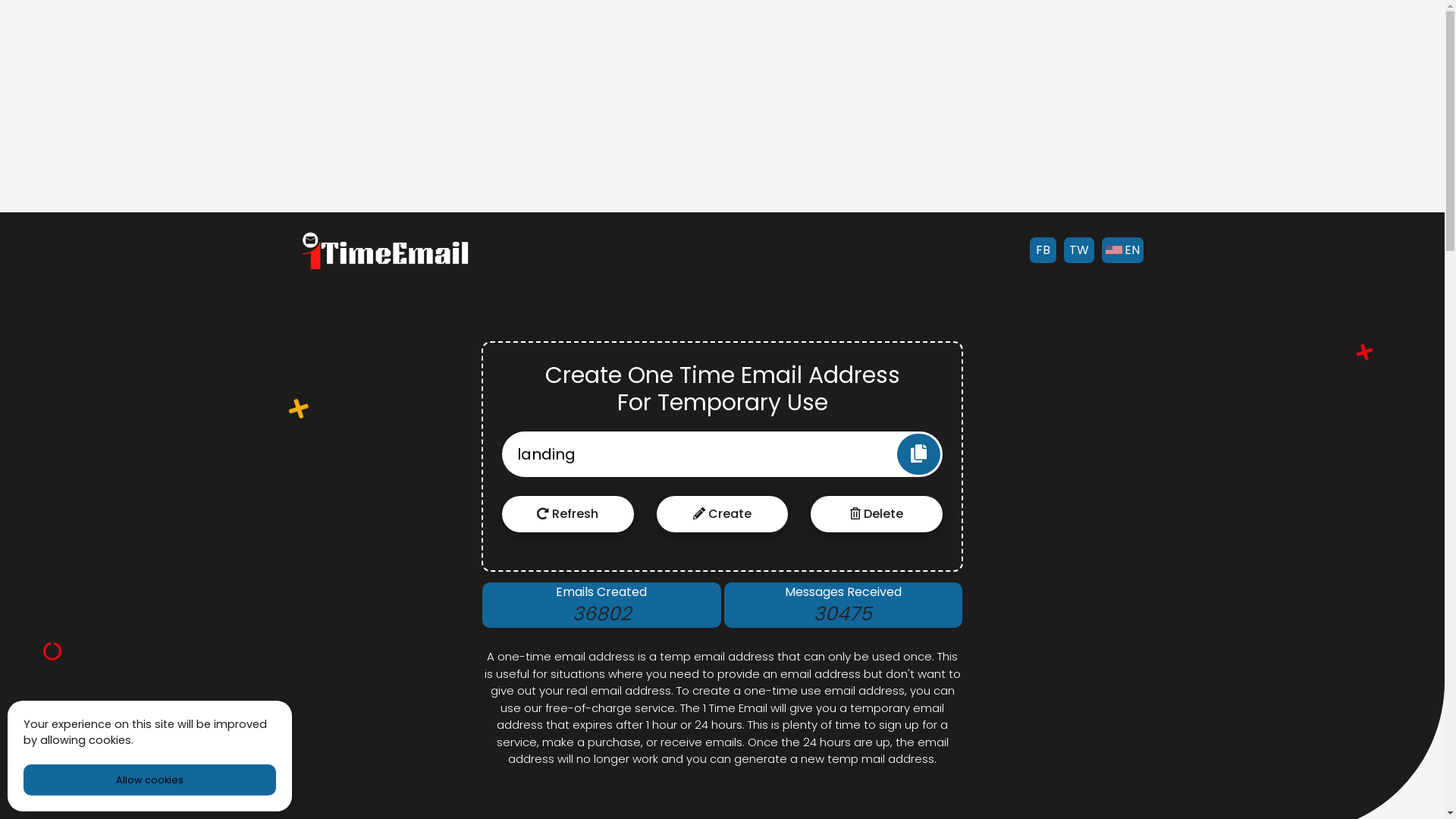 Image resolution: width=1456 pixels, height=819 pixels. Describe the element at coordinates (1077, 249) in the screenshot. I see `'TW'` at that location.